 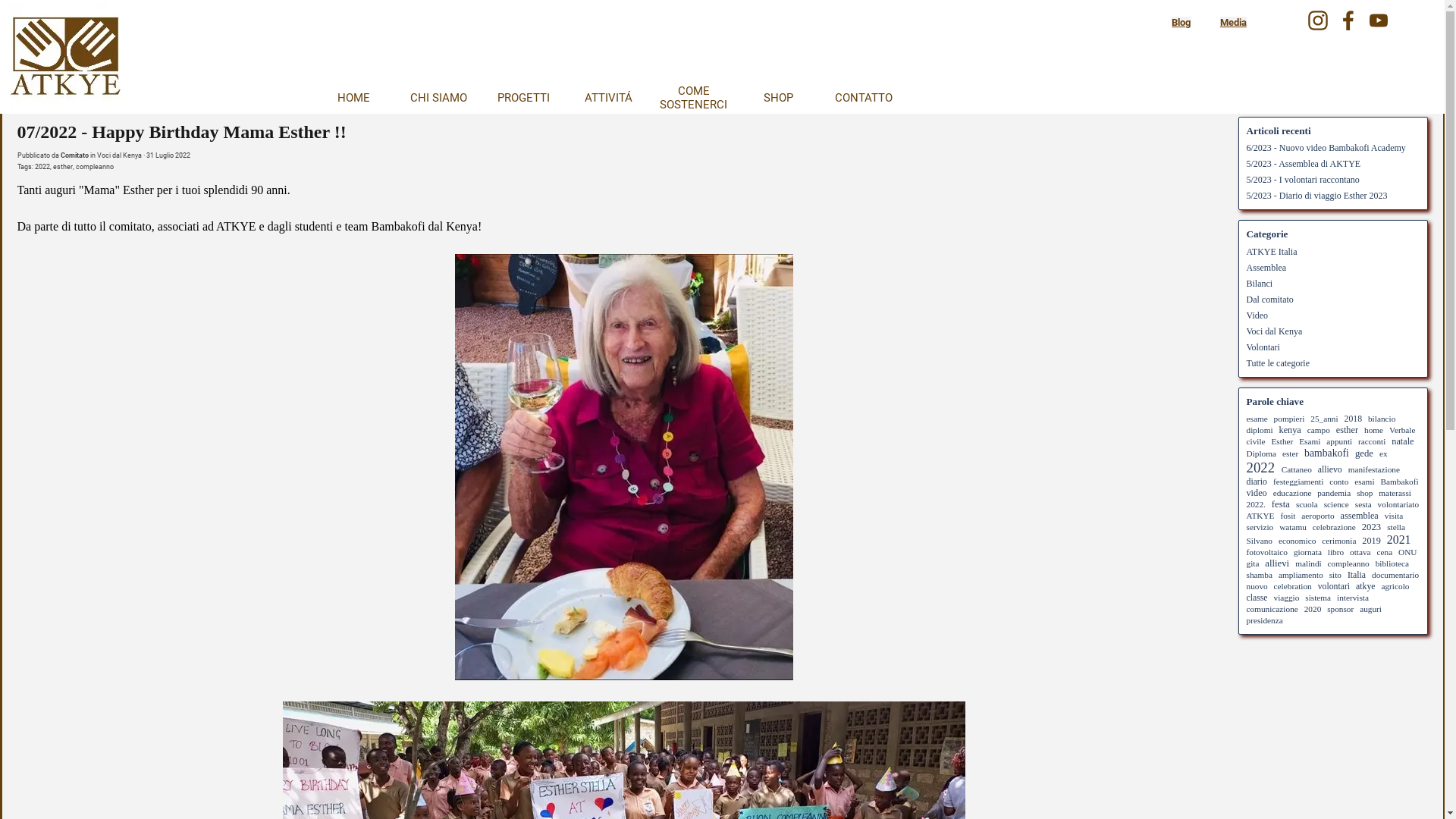 What do you see at coordinates (1328, 575) in the screenshot?
I see `'sito'` at bounding box center [1328, 575].